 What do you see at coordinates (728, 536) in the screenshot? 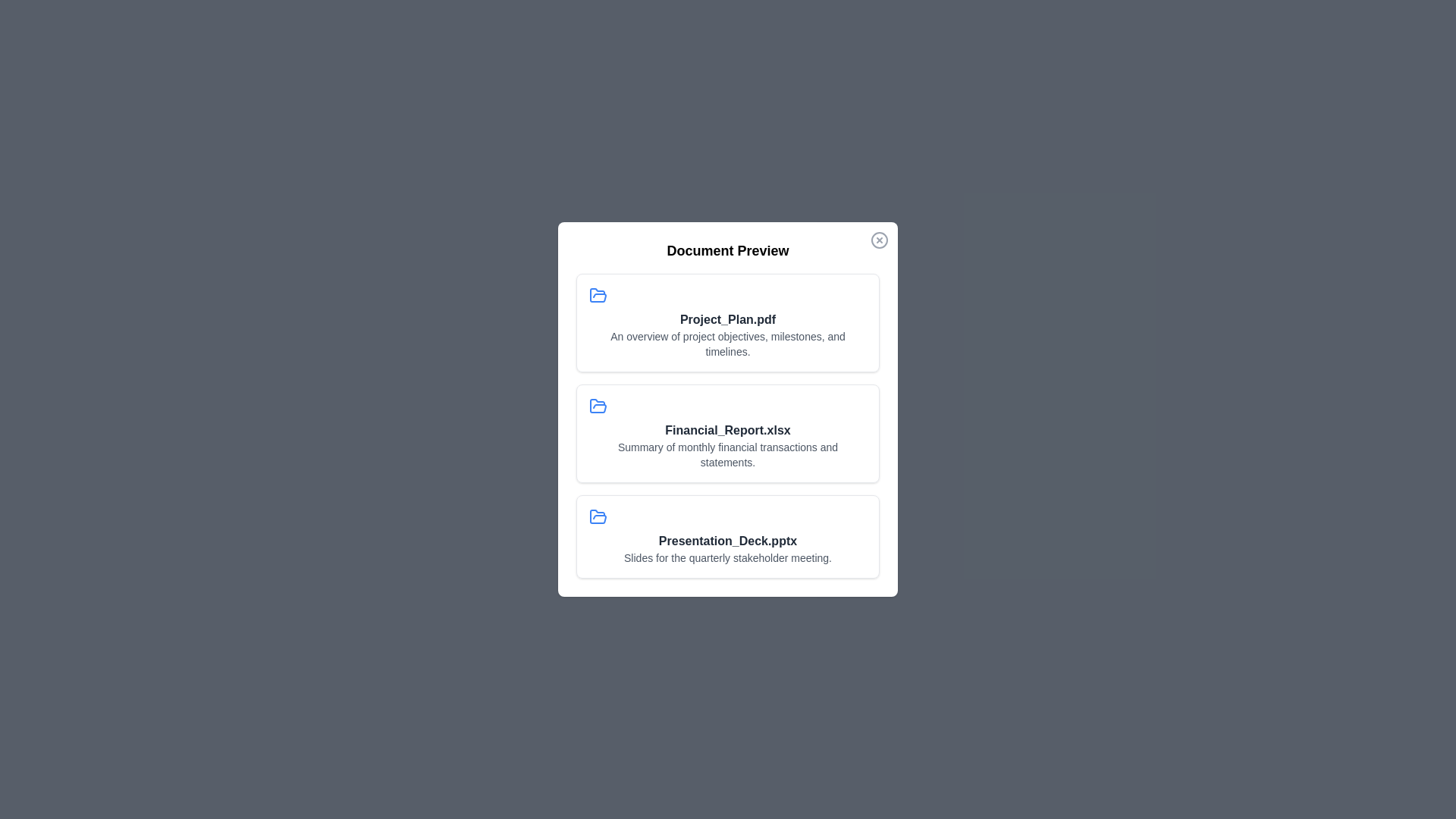
I see `the document titled Presentation_Deck.pptx to preview it` at bounding box center [728, 536].